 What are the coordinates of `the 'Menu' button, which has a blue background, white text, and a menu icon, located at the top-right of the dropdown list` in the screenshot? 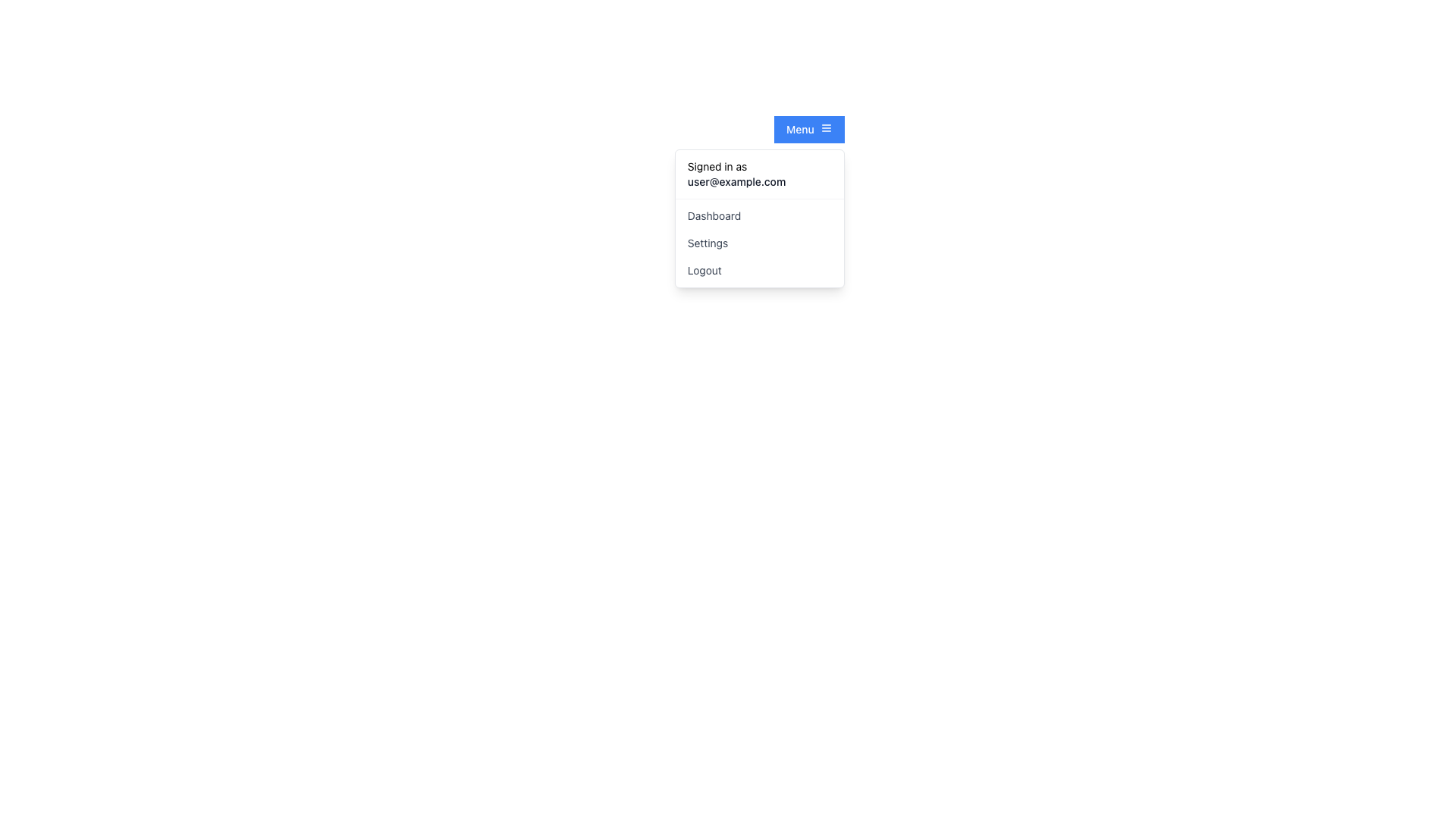 It's located at (808, 128).